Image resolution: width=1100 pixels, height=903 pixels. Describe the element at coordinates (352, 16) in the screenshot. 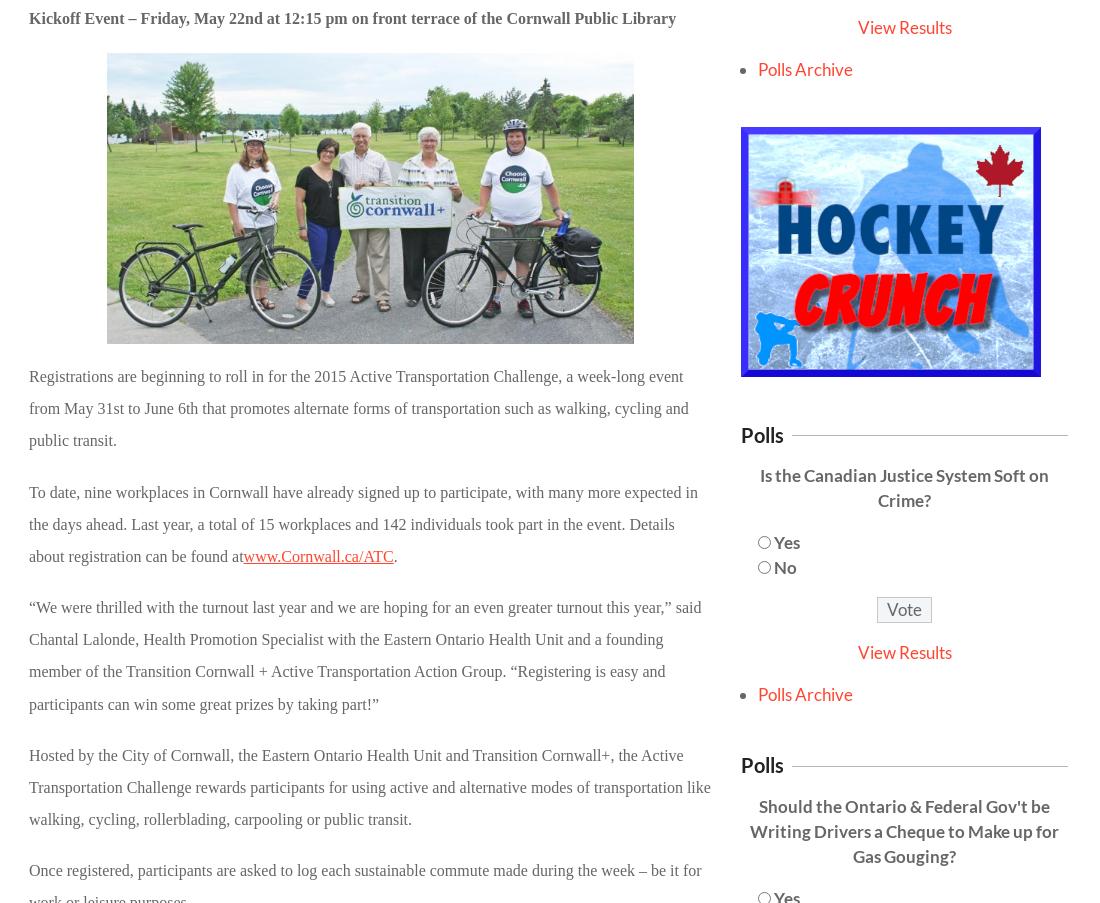

I see `'Kickoff Event – Friday, May 22nd at 12:15 pm on front terrace of the Cornwall Public Library'` at that location.